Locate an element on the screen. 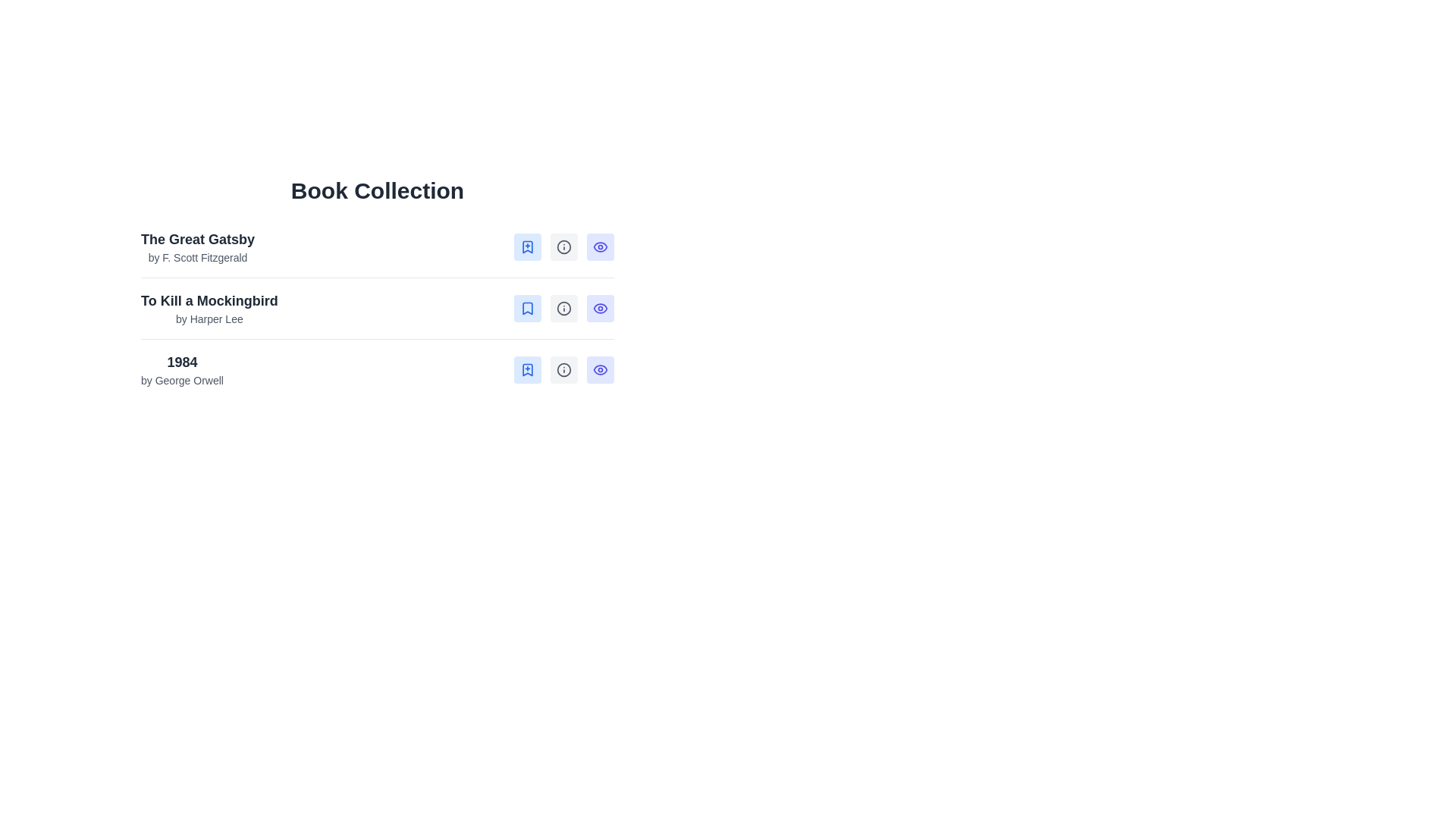 The height and width of the screenshot is (819, 1456). the static text label displaying 'by George Orwell', which is located below the title '1984' in a book information list entry is located at coordinates (182, 379).